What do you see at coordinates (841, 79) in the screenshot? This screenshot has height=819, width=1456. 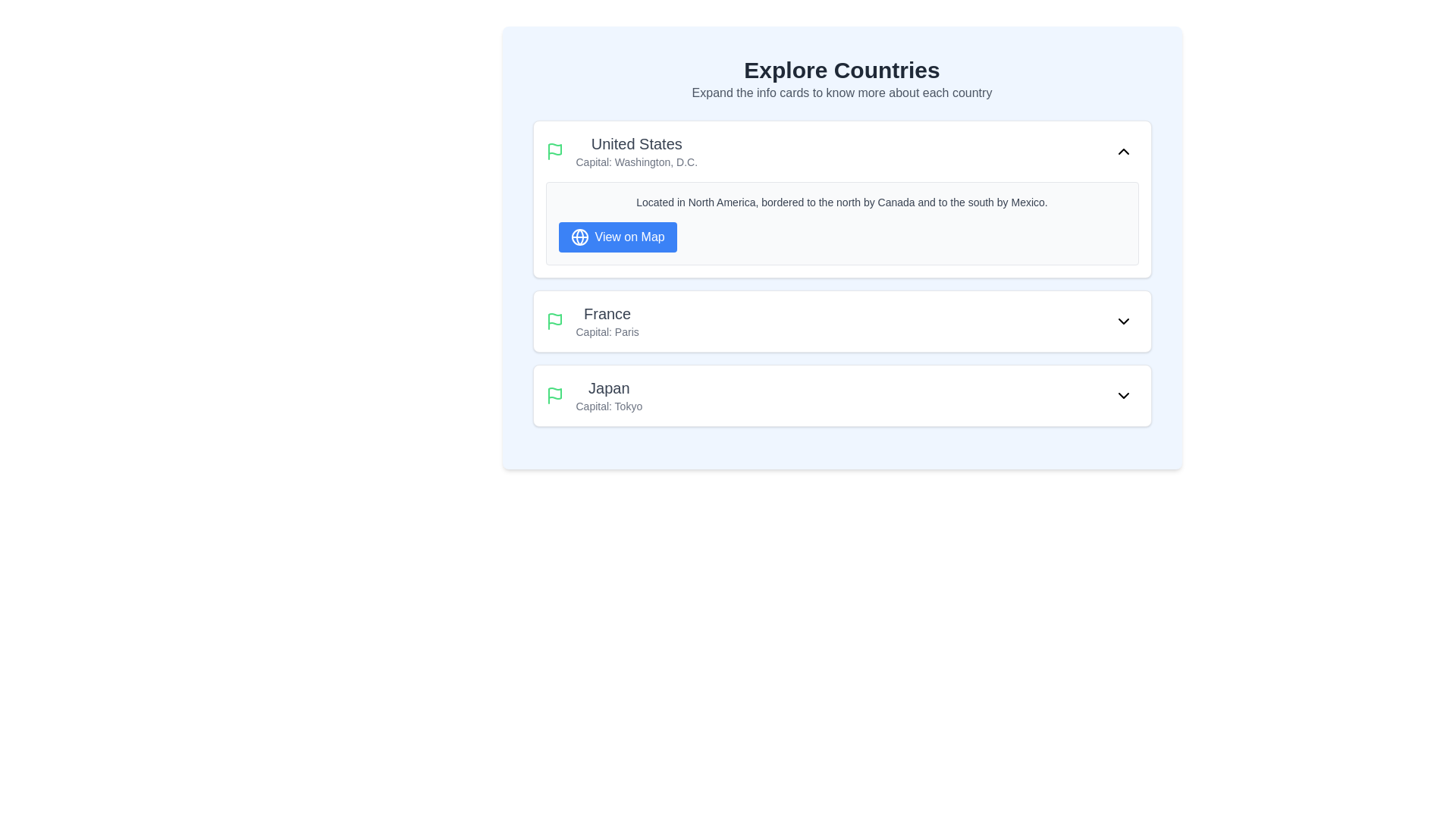 I see `the header text block that provides information about the page purpose ('Explore Countries') and instructional text ('Expand the info cards to know more about each country')` at bounding box center [841, 79].